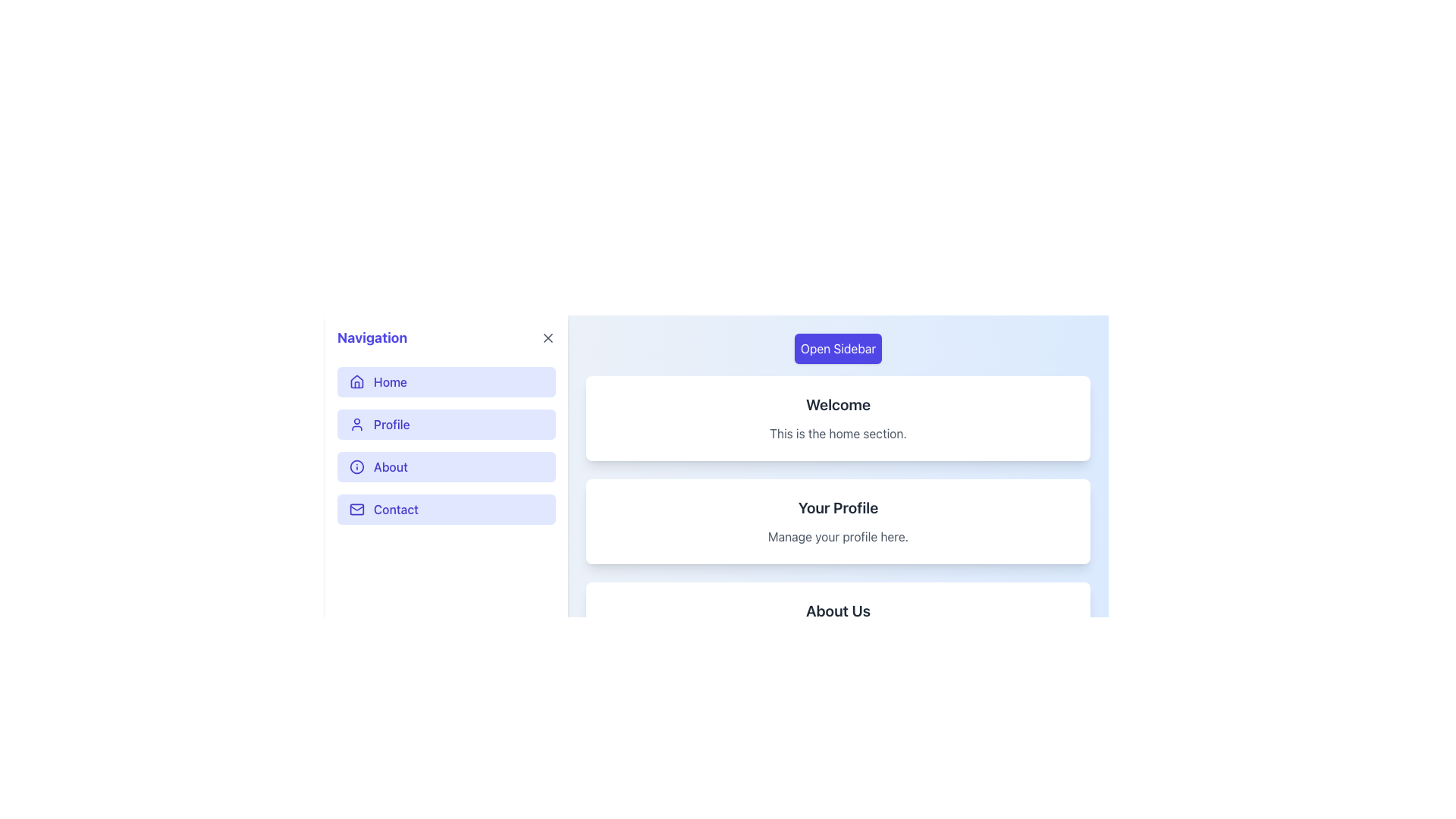  What do you see at coordinates (356, 380) in the screenshot?
I see `the house-shaped icon with a blue stroke located in the navigation sidebar next to the 'Home' text label` at bounding box center [356, 380].